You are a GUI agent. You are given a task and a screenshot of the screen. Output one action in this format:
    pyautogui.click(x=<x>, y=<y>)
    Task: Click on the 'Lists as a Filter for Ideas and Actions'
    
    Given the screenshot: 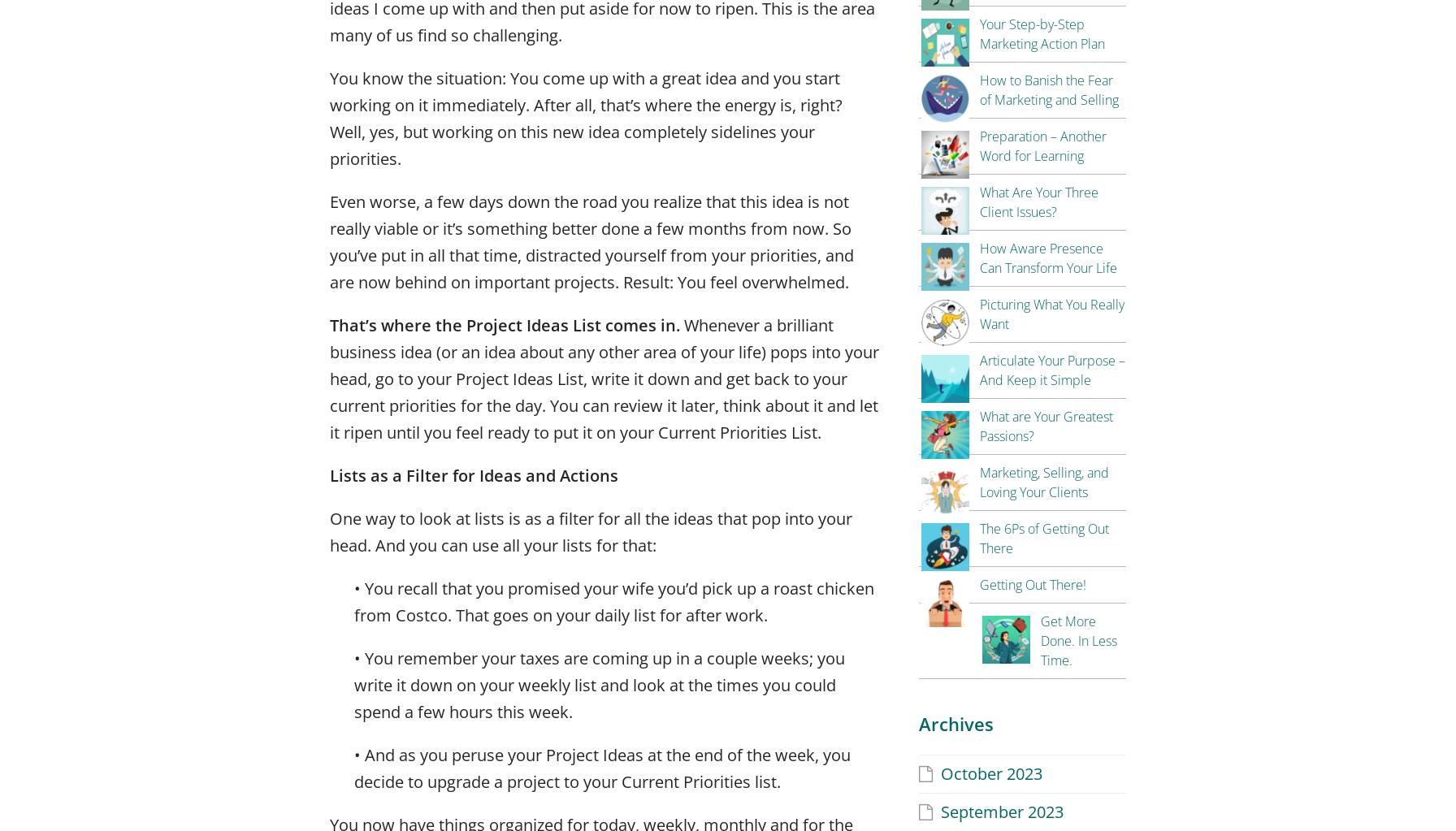 What is the action you would take?
    pyautogui.click(x=474, y=474)
    